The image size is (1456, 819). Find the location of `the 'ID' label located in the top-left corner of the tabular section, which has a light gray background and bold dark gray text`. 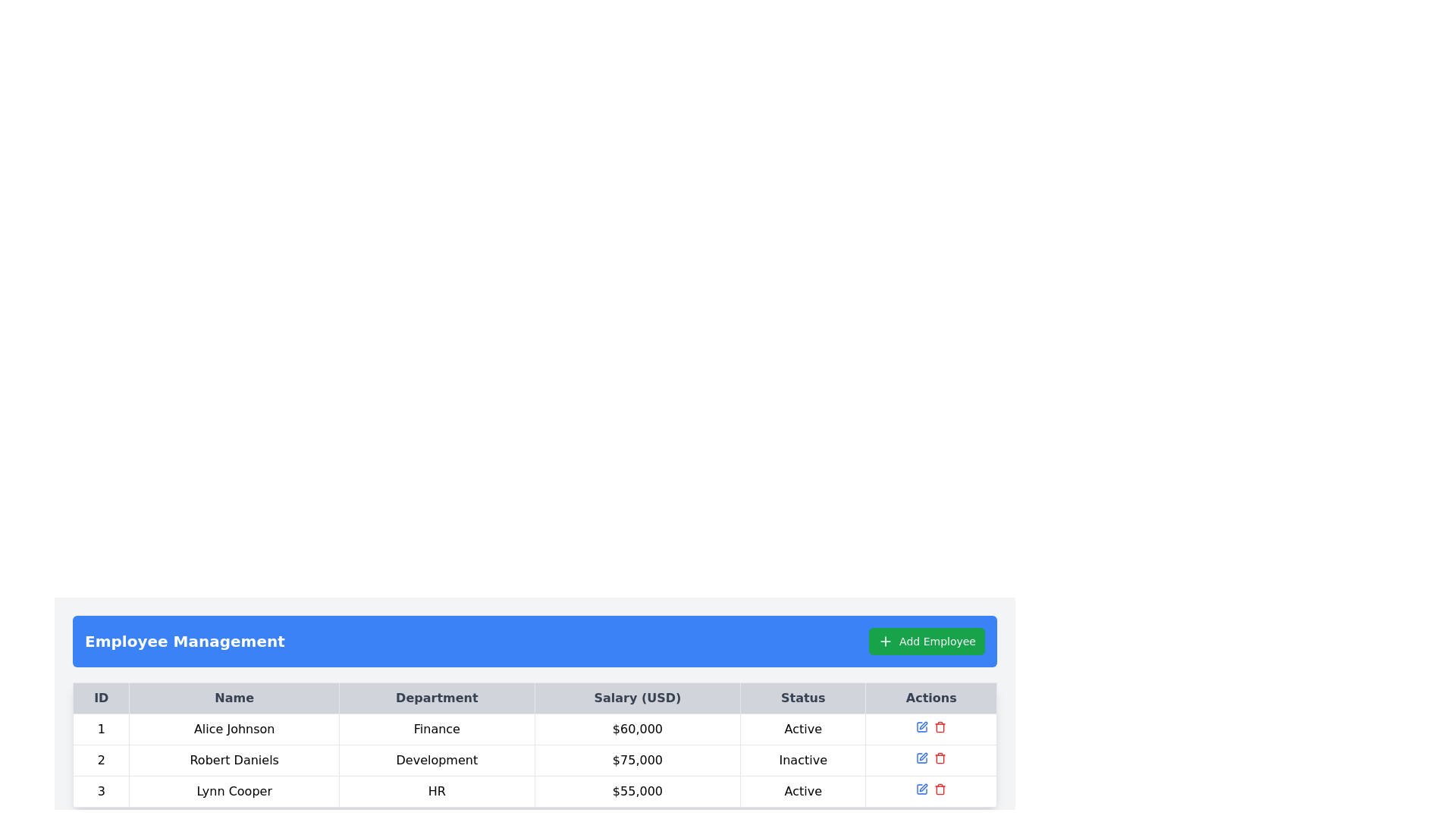

the 'ID' label located in the top-left corner of the tabular section, which has a light gray background and bold dark gray text is located at coordinates (100, 698).